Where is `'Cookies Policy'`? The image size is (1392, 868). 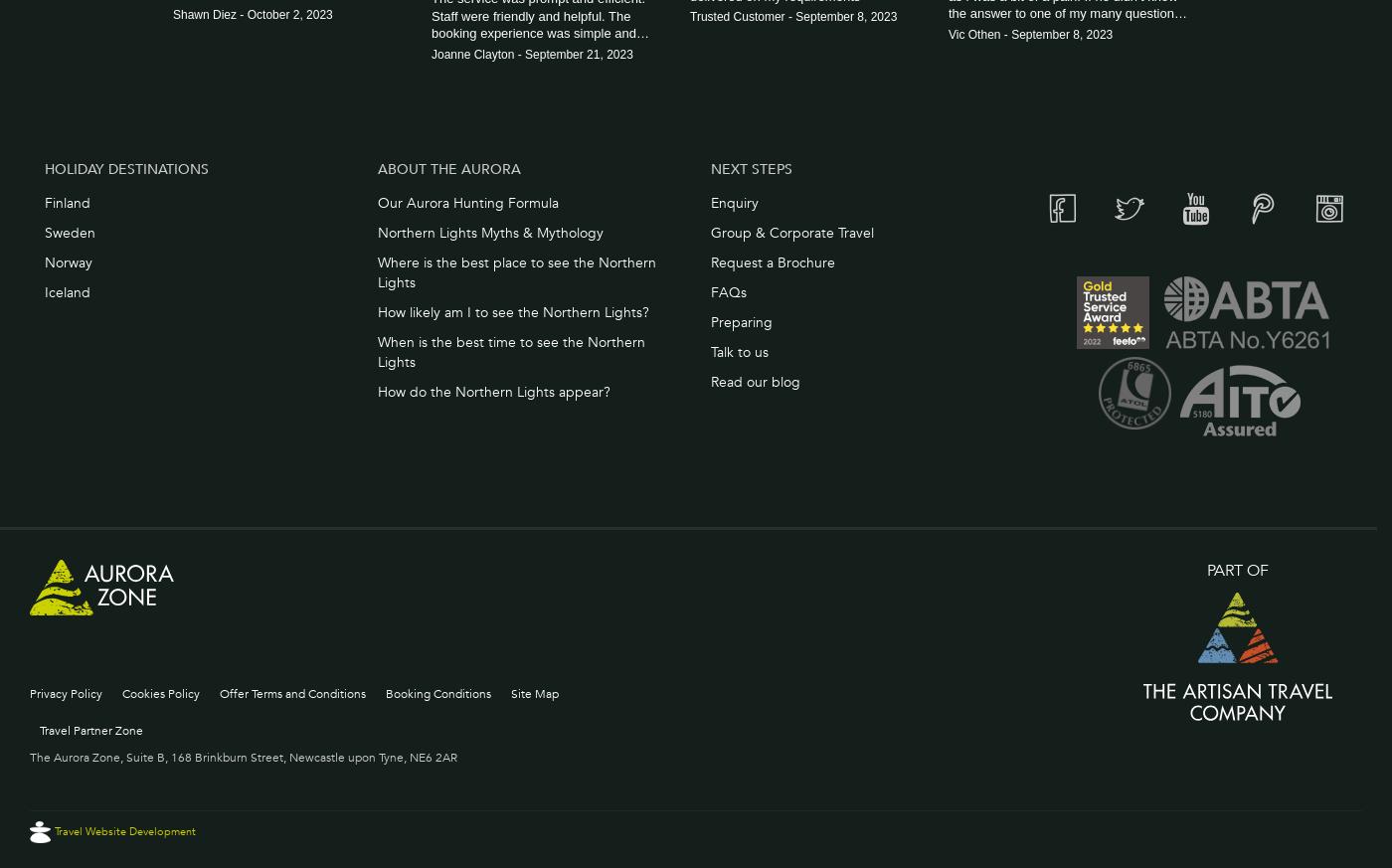 'Cookies Policy' is located at coordinates (160, 692).